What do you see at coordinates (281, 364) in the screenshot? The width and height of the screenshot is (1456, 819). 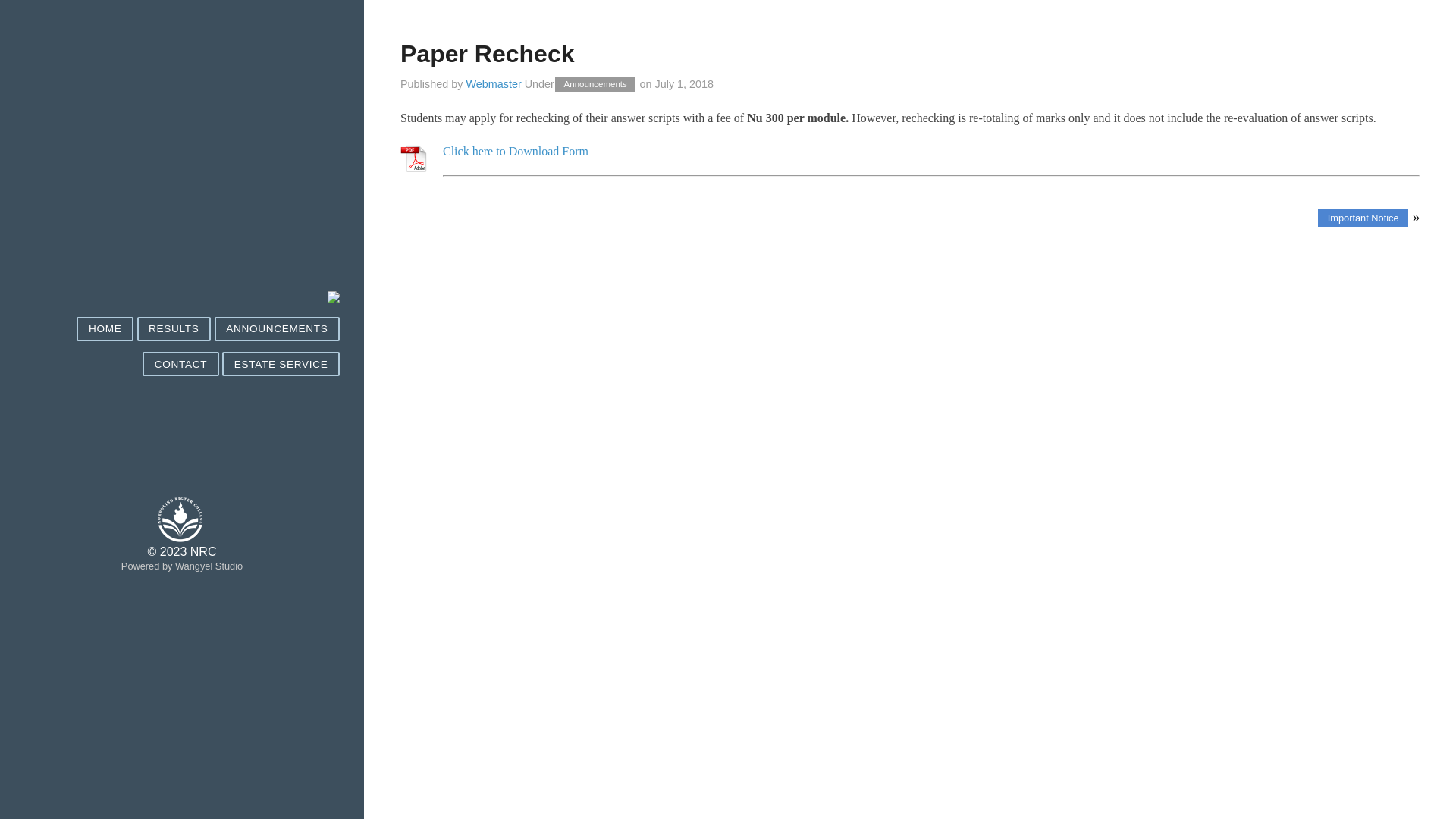 I see `'ESTATE SERVICE'` at bounding box center [281, 364].